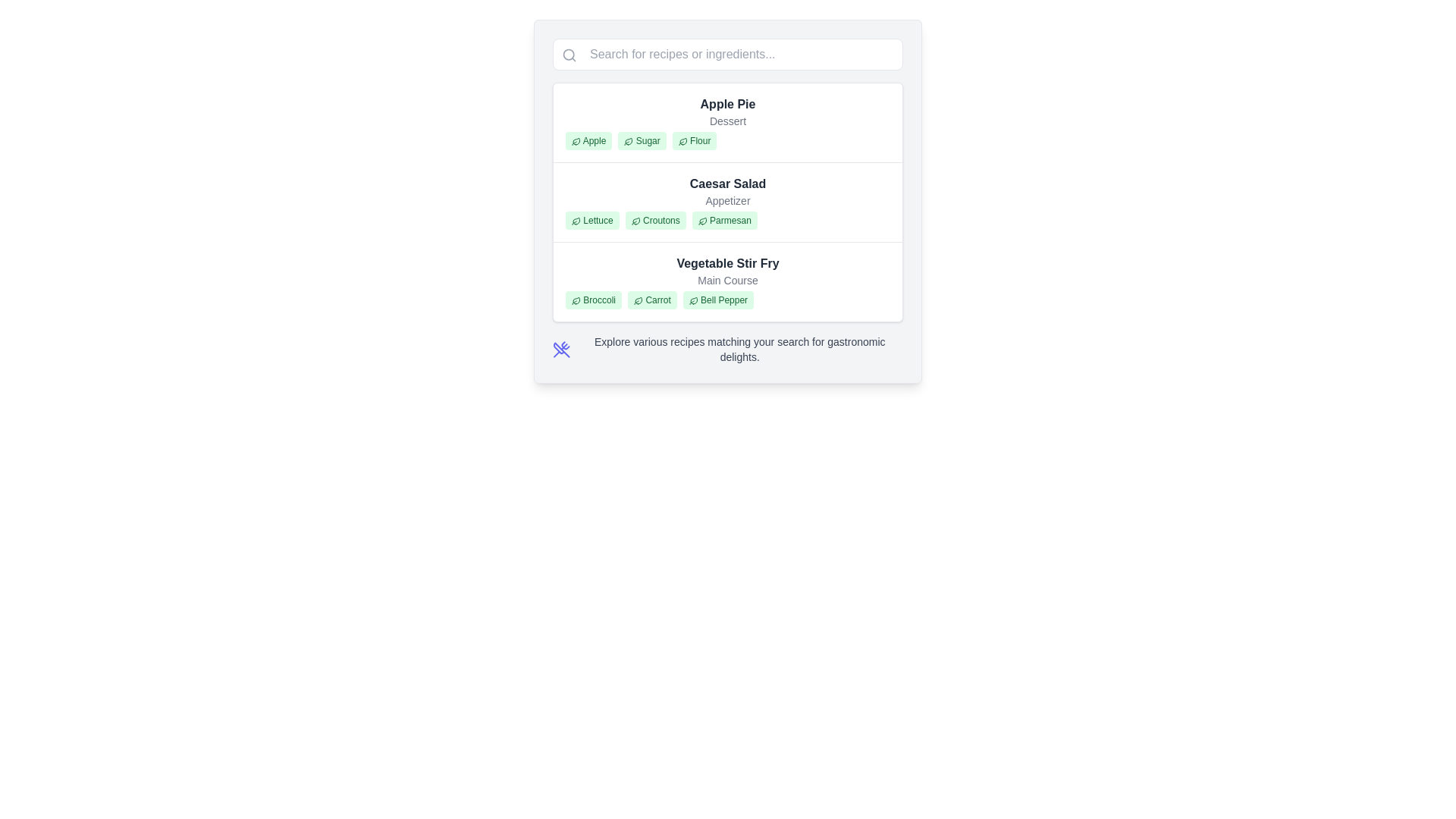 This screenshot has height=819, width=1456. Describe the element at coordinates (591, 220) in the screenshot. I see `the 'Lettuce' badge, which is a small rounded rectangular label with a light green background and green text, located in the 'Caesar Salad' section of recipe items` at that location.